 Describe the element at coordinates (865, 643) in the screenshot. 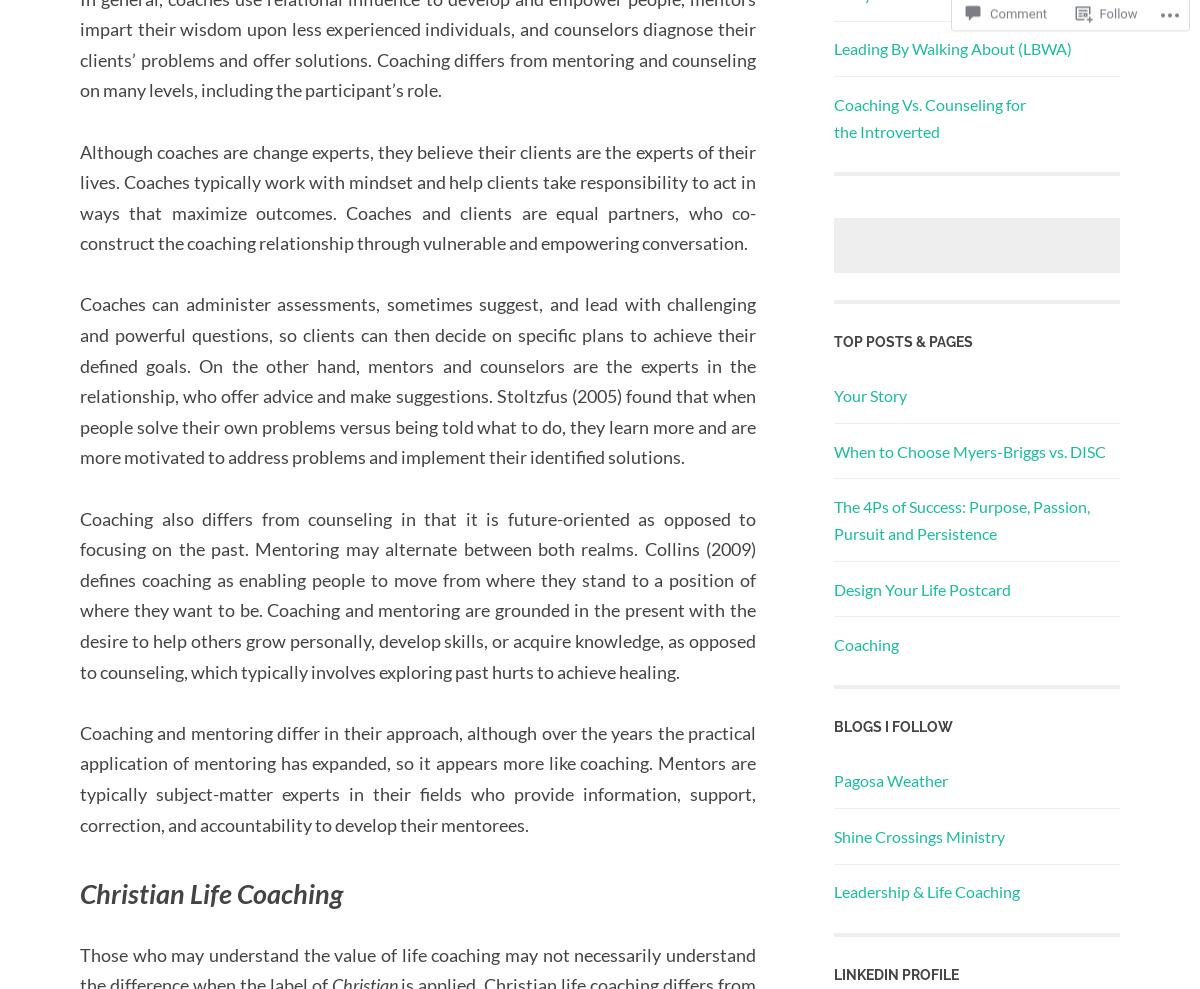

I see `'Coaching'` at that location.